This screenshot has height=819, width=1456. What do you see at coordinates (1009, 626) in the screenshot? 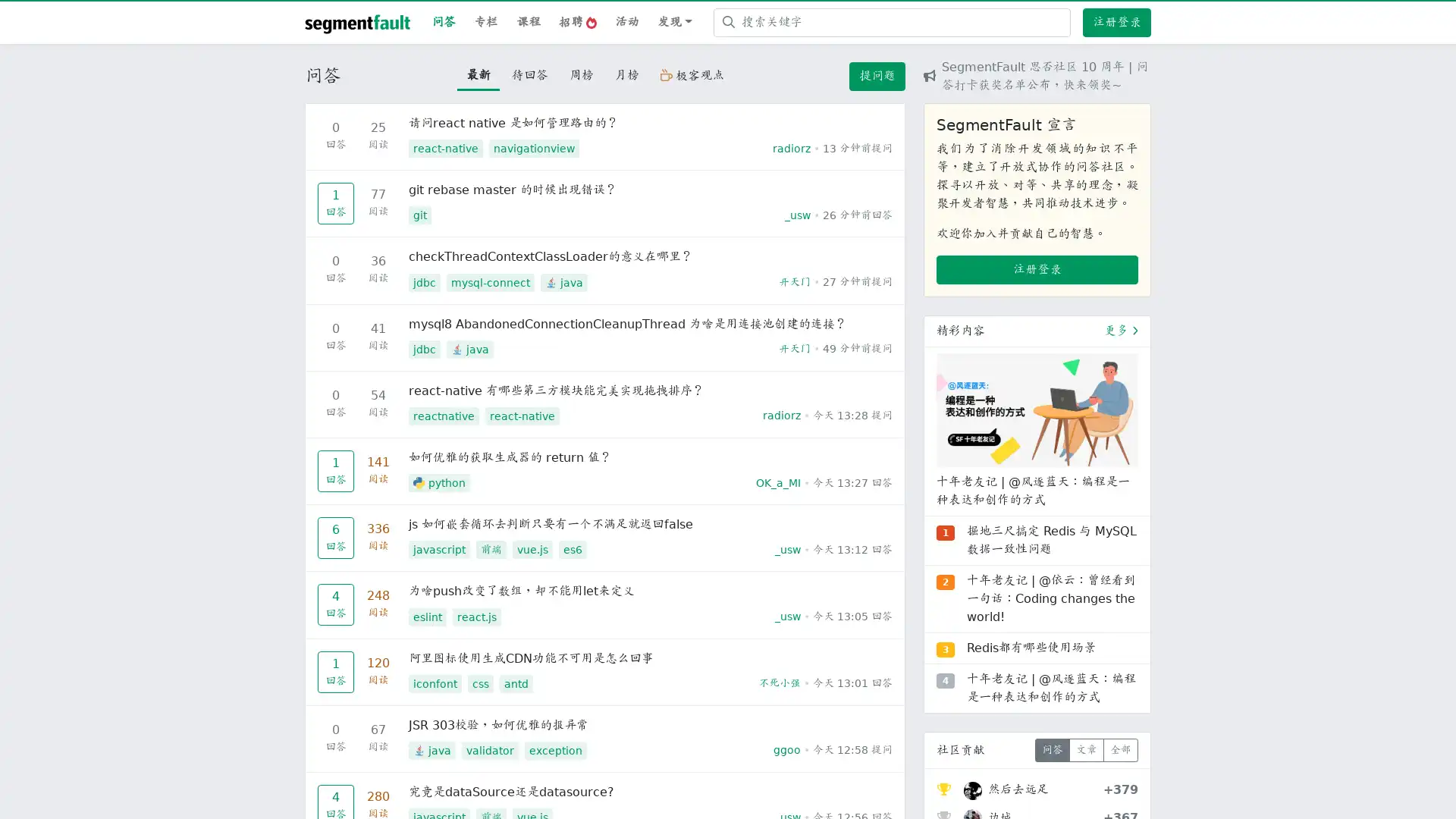
I see `Slide 1` at bounding box center [1009, 626].